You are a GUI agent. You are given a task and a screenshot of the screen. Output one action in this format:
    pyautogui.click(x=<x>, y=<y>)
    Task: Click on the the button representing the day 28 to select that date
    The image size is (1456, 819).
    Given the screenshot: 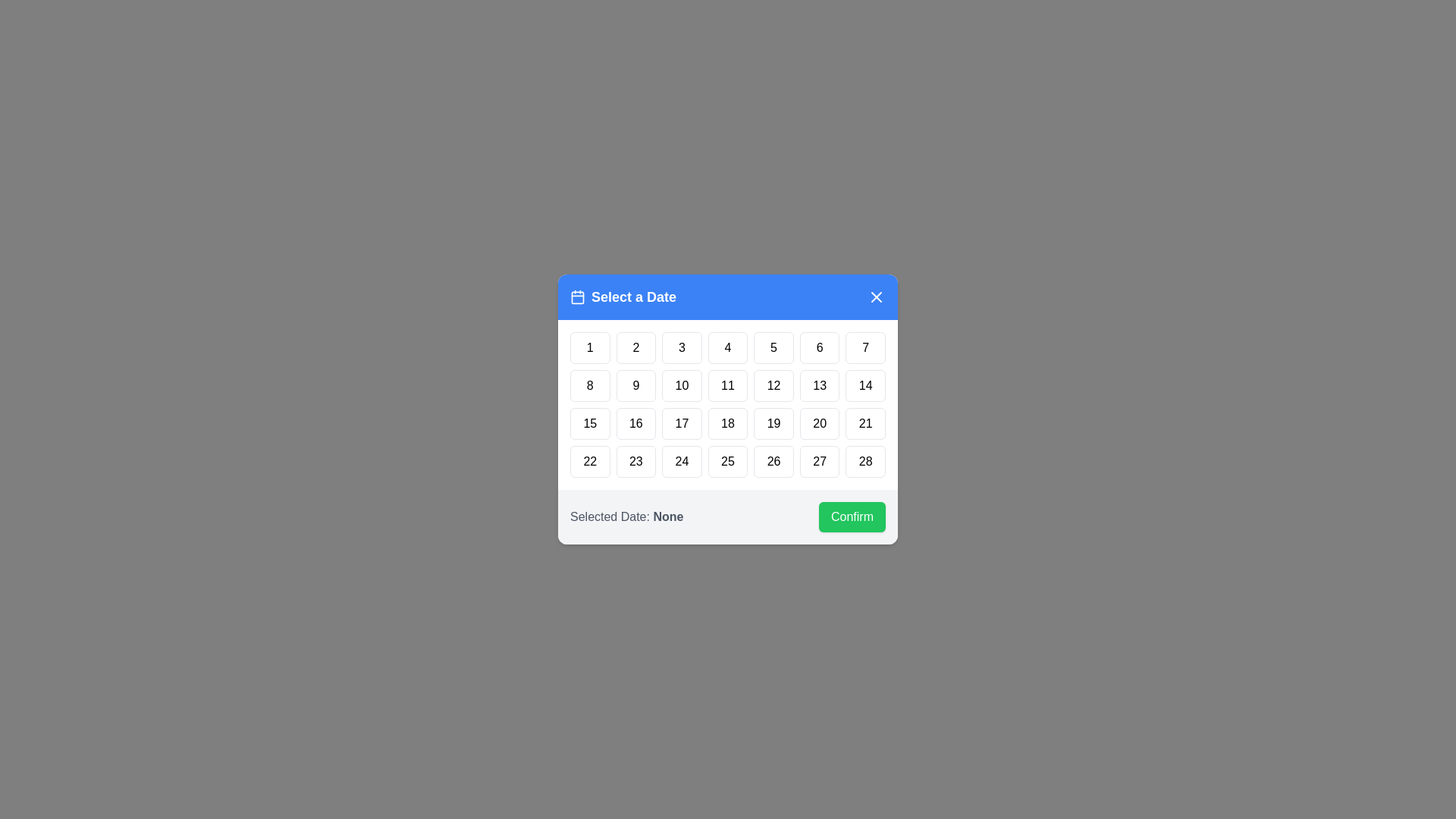 What is the action you would take?
    pyautogui.click(x=866, y=461)
    